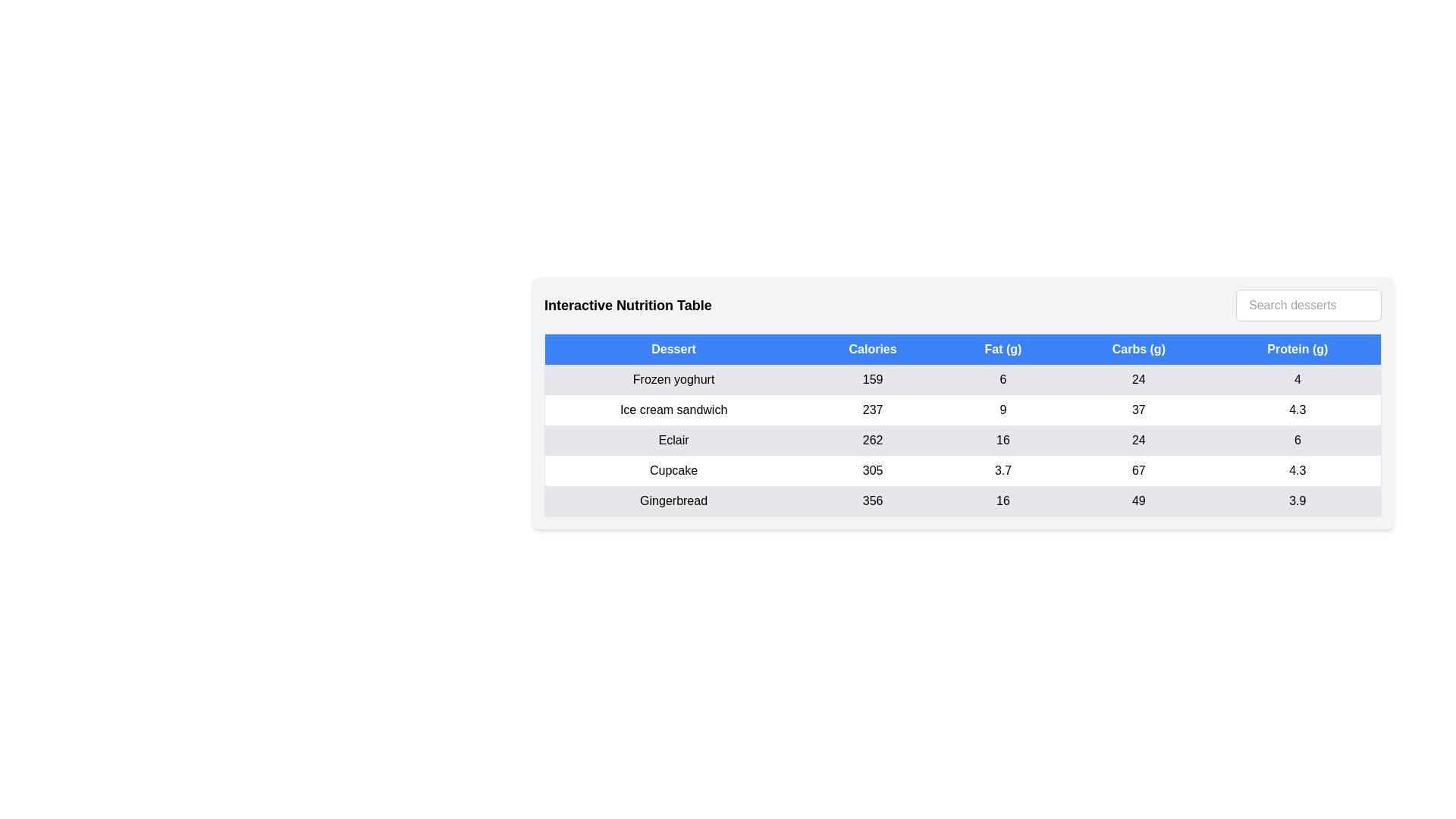  I want to click on the row corresponding to Eclair, so click(962, 441).